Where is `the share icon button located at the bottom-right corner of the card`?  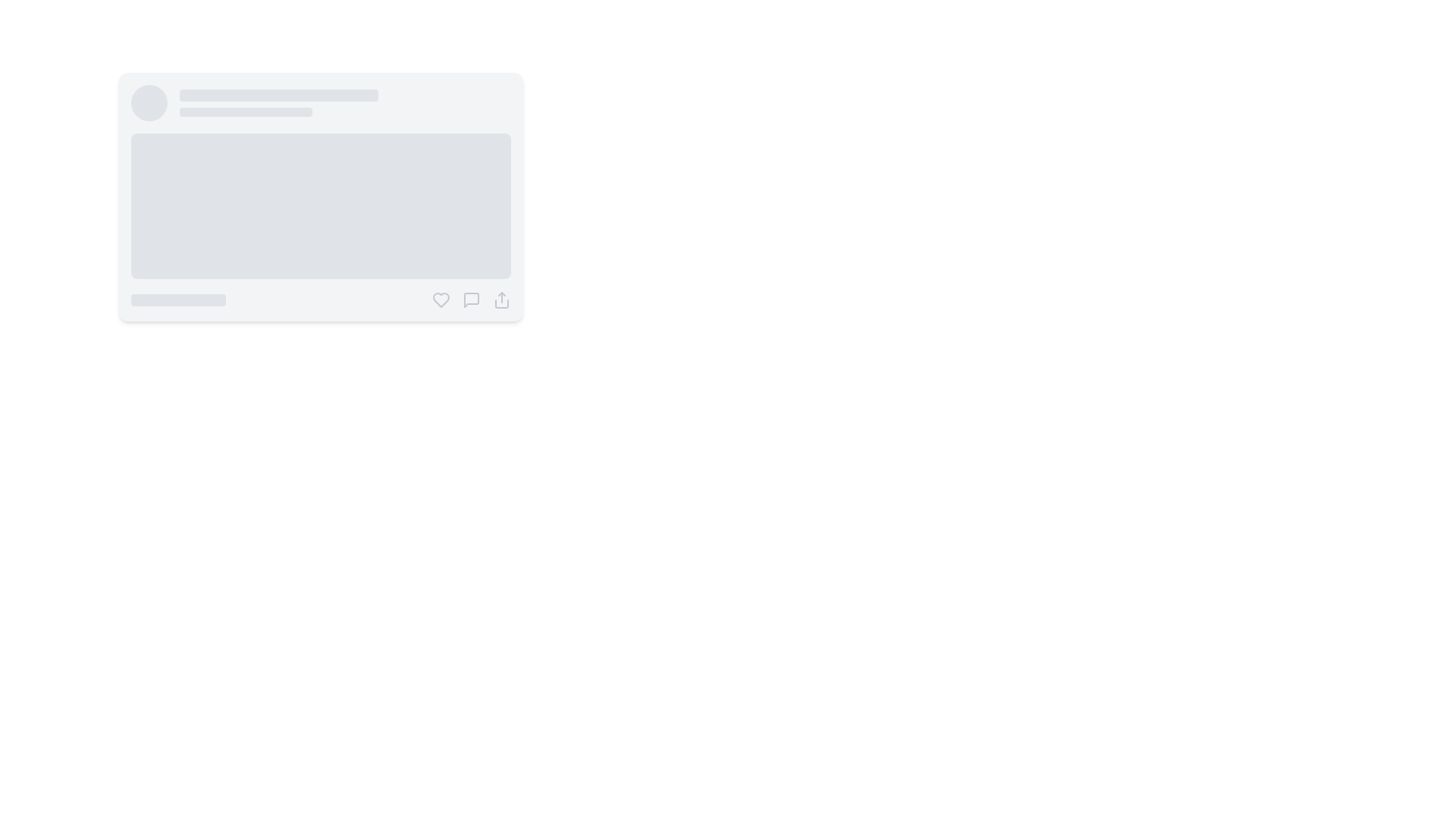 the share icon button located at the bottom-right corner of the card is located at coordinates (502, 300).